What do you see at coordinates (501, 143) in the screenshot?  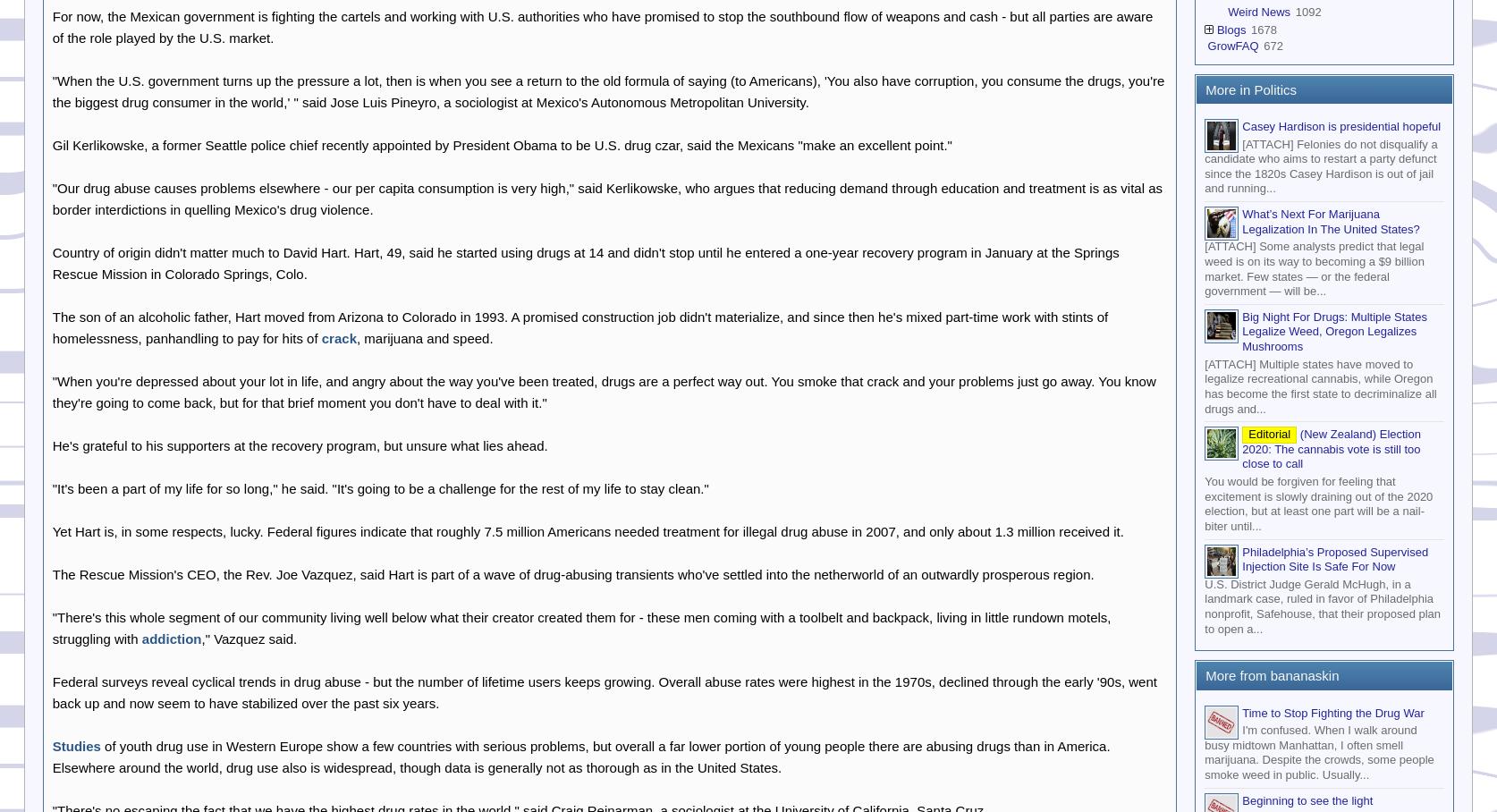 I see `'Gil Kerlikowske, a former Seattle police chief recently appointed by President Obama to be U.S. drug czar, said the Mexicans "make an excellent point."'` at bounding box center [501, 143].